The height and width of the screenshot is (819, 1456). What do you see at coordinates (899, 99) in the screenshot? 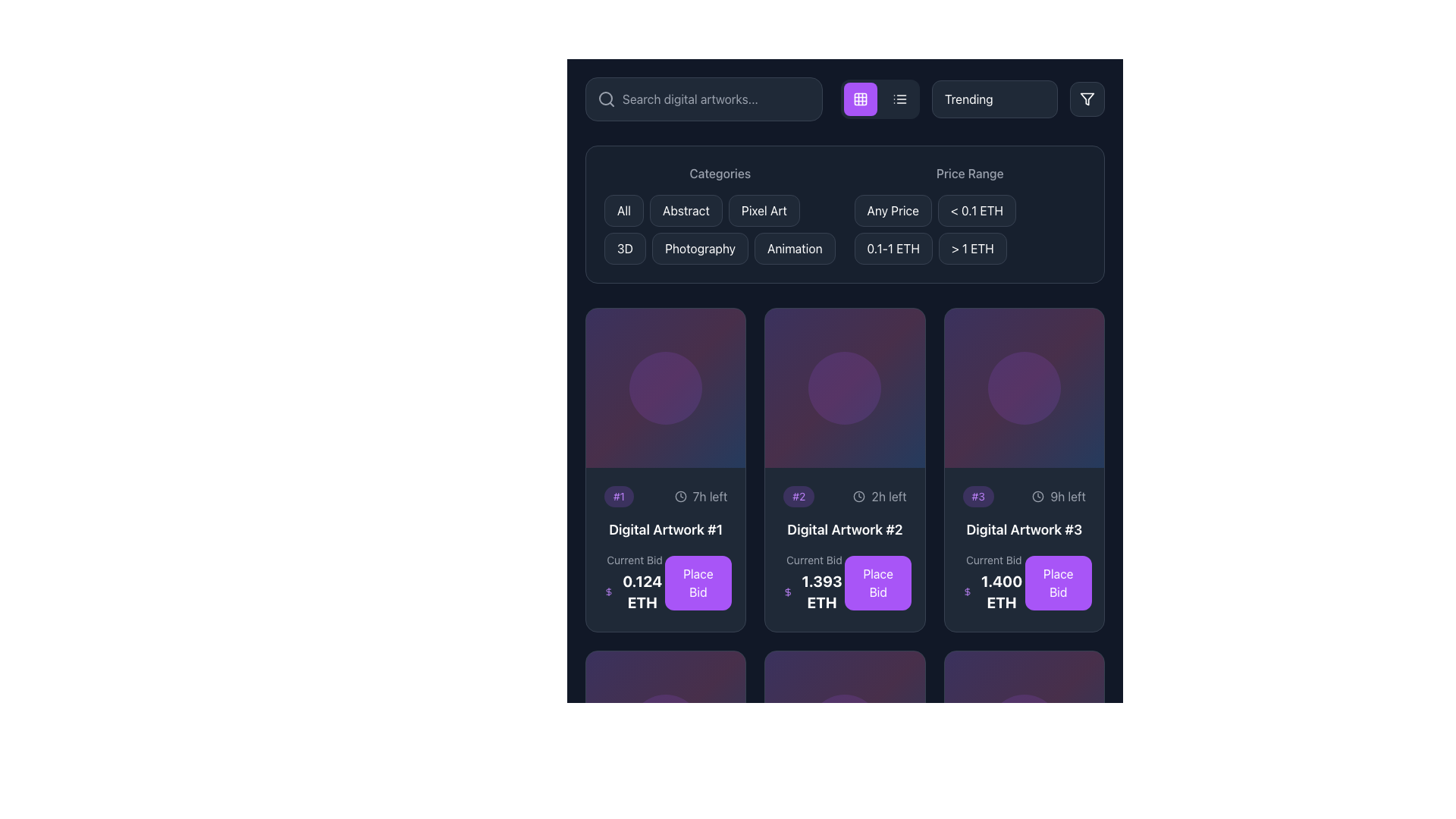
I see `the icon button that depicts a list symbol, featuring three horizontal lines with small circles` at bounding box center [899, 99].